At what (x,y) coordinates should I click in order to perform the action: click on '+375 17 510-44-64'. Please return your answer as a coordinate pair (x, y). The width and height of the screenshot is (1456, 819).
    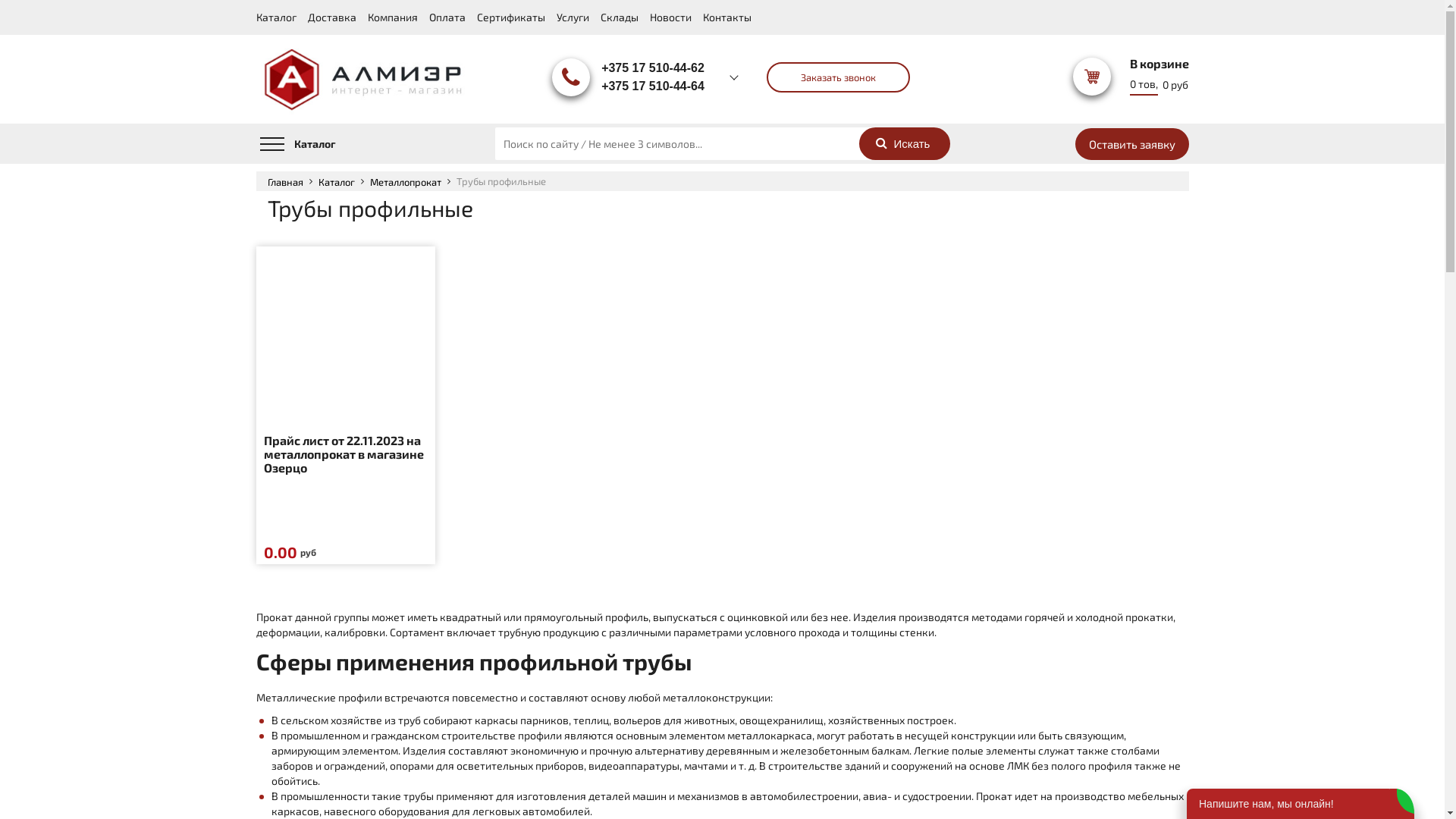
    Looking at the image, I should click on (652, 85).